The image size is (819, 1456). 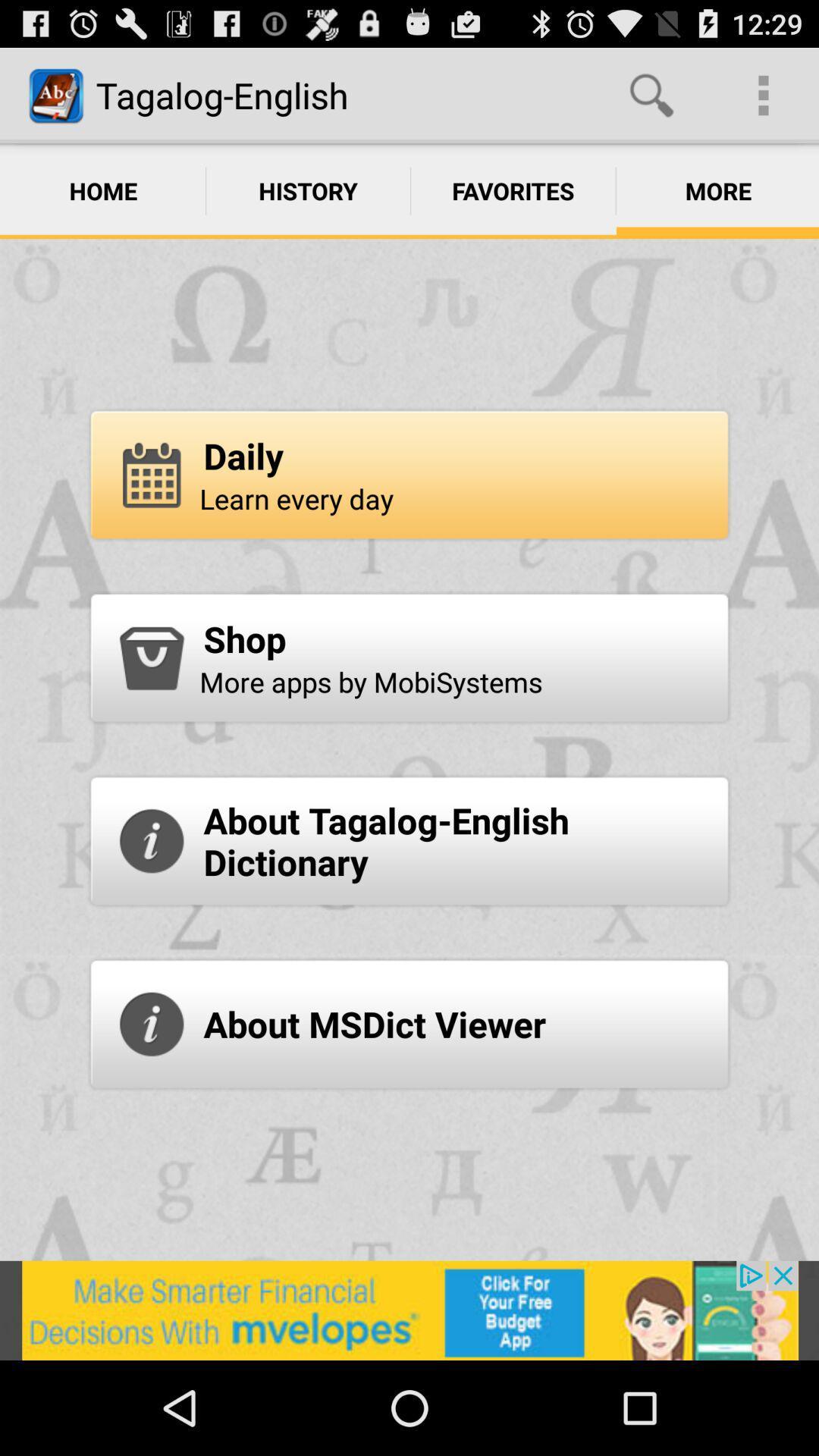 I want to click on advertising, so click(x=409, y=1310).